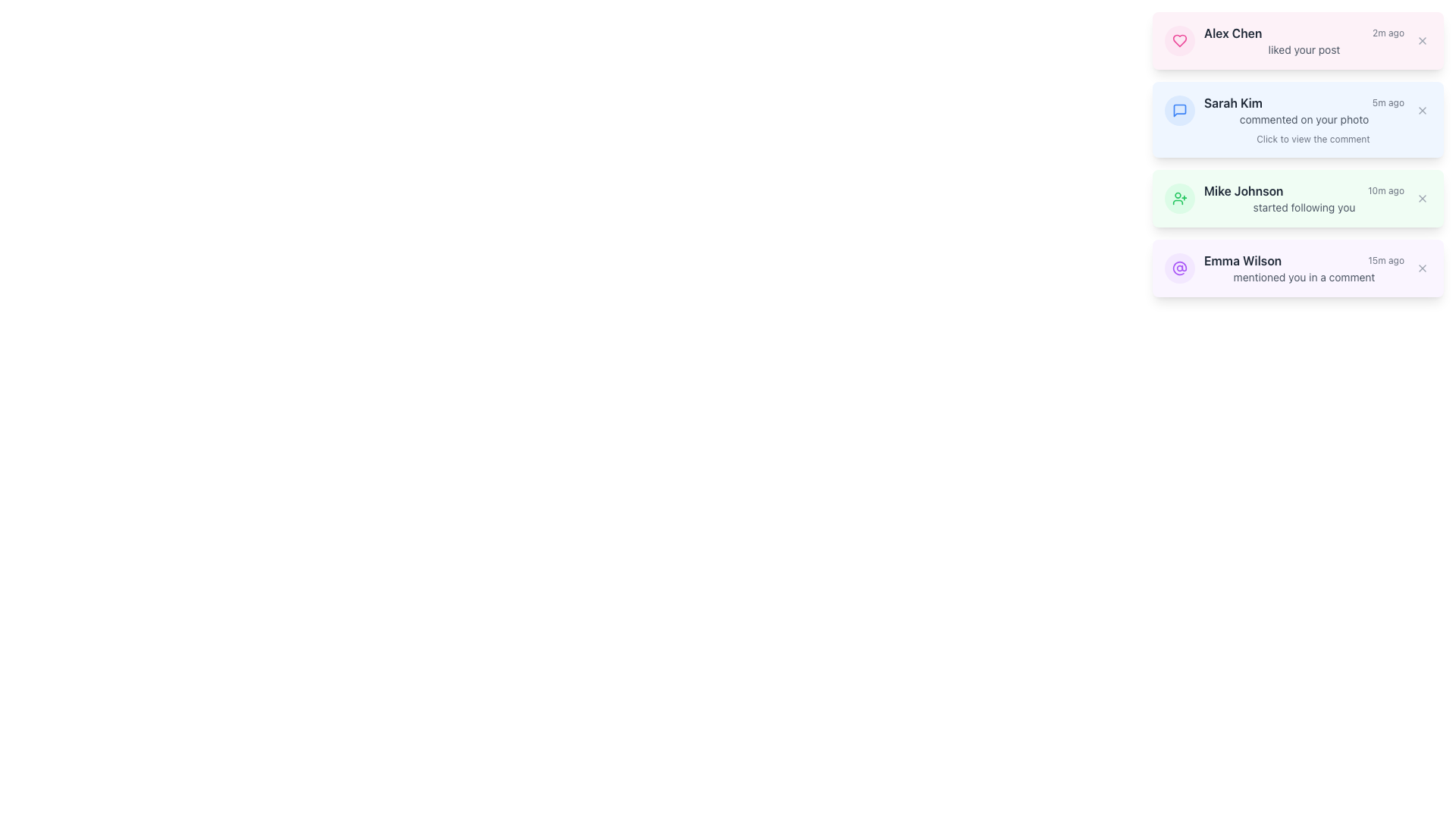 This screenshot has width=1456, height=819. I want to click on the text display showing 'Alex Chen' in the top-left section of its notification component to associate the name contextually with the notification, so click(1233, 33).